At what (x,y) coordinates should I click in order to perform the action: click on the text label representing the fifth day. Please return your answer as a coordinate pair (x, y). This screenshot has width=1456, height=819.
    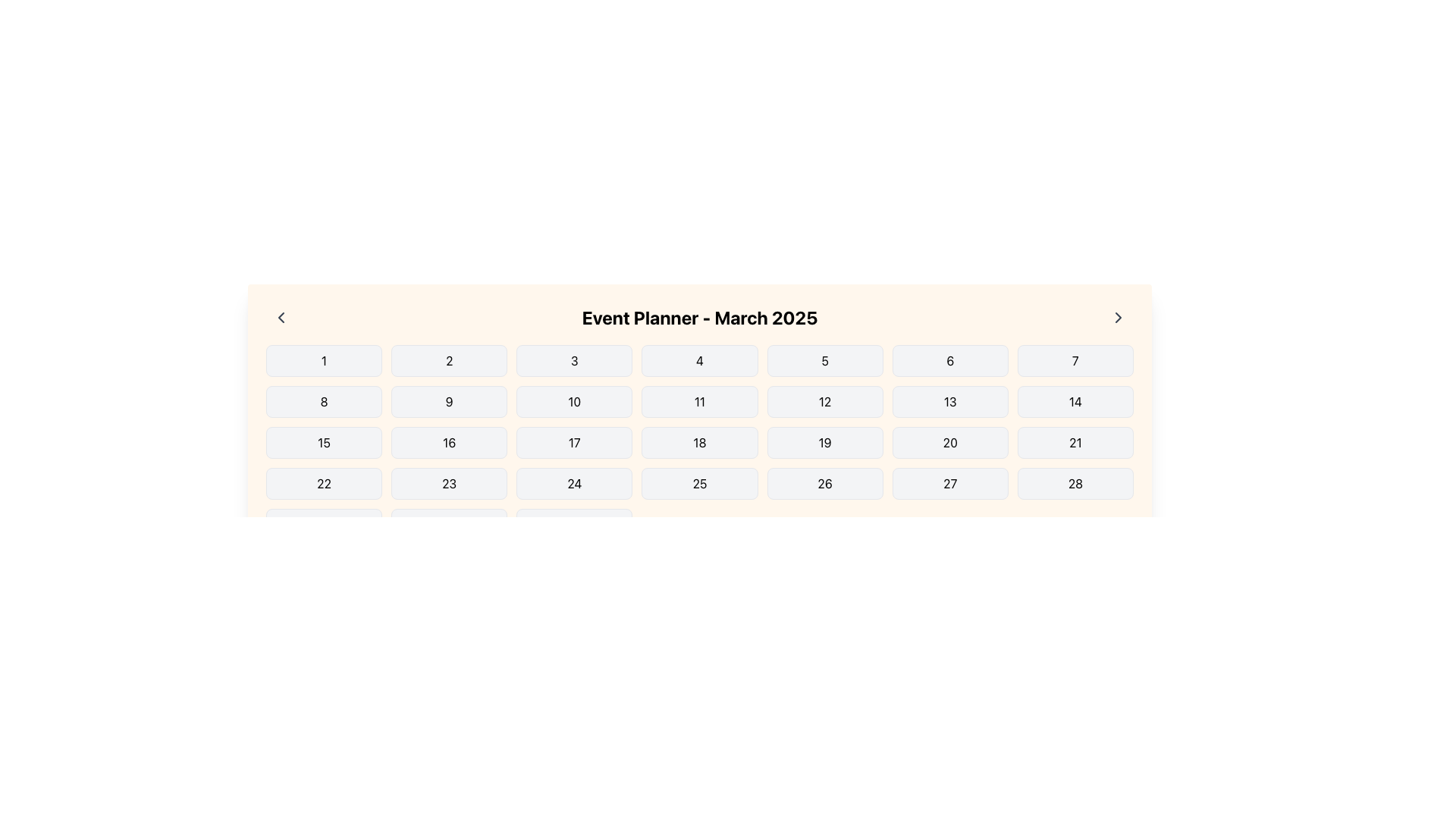
    Looking at the image, I should click on (824, 360).